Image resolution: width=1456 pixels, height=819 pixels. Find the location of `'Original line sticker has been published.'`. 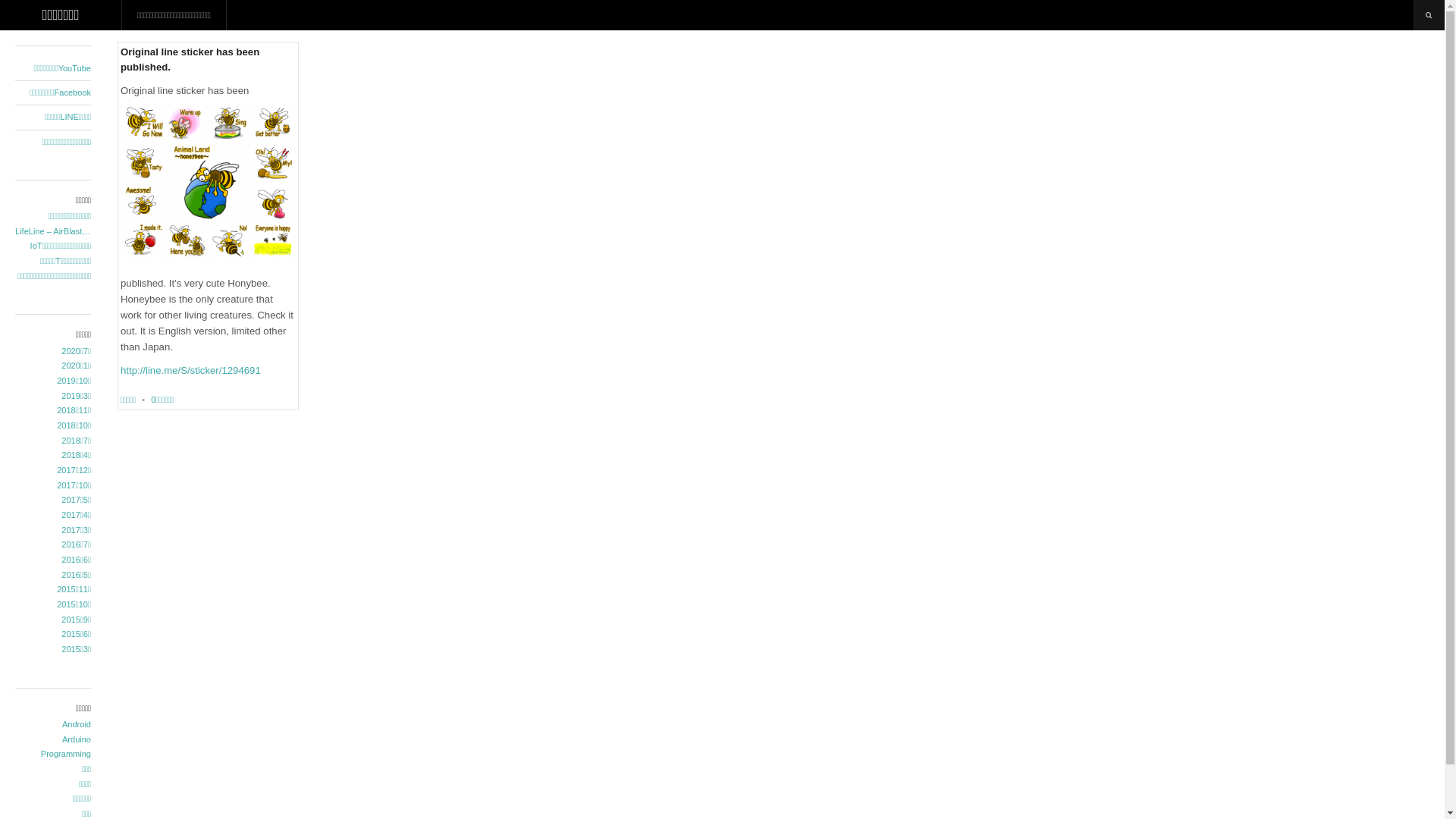

'Original line sticker has been published.' is located at coordinates (189, 58).